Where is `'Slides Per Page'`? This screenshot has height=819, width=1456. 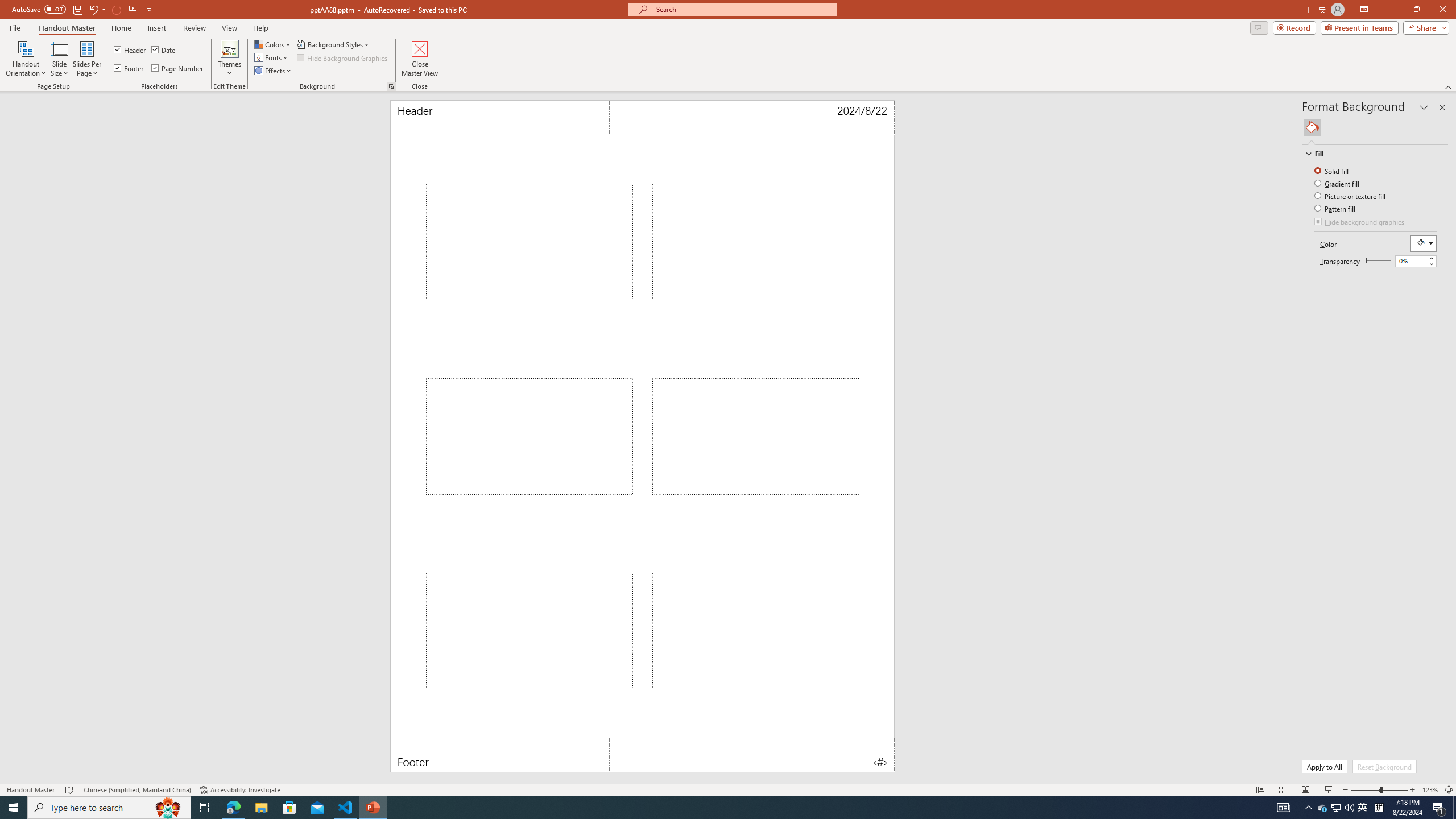 'Slides Per Page' is located at coordinates (86, 59).